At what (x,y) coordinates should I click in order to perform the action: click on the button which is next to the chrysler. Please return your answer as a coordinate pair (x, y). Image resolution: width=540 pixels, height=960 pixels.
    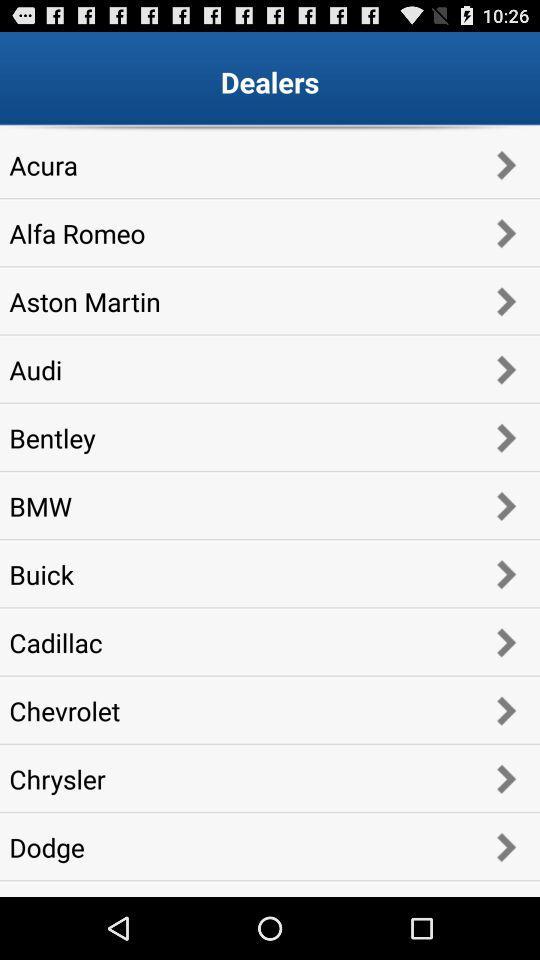
    Looking at the image, I should click on (504, 778).